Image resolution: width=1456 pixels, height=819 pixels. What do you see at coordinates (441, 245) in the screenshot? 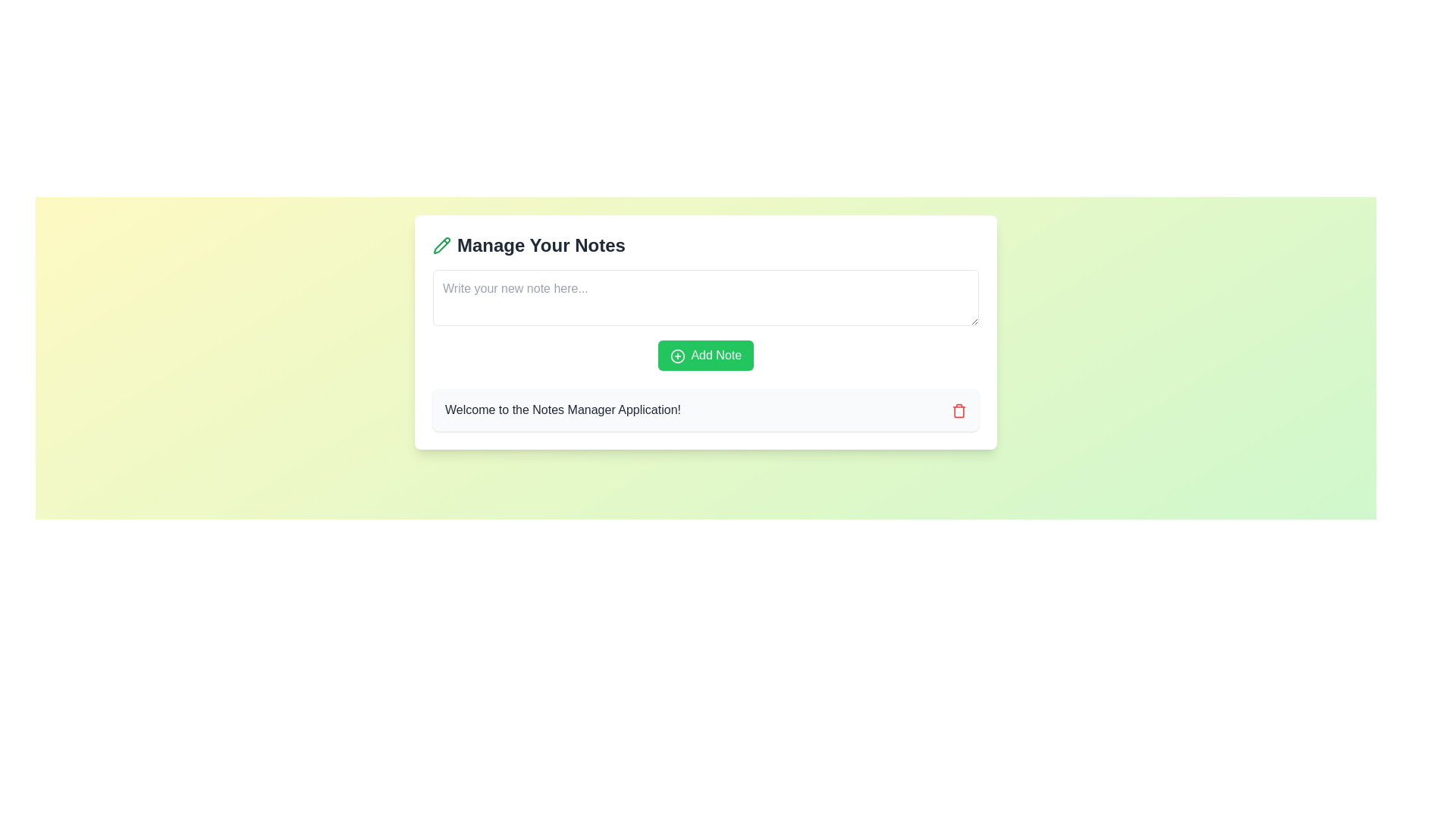
I see `the stylized green pencil icon, which is part of the SVG component and is positioned slightly to the left of the 'Manage Your Notes' text` at bounding box center [441, 245].